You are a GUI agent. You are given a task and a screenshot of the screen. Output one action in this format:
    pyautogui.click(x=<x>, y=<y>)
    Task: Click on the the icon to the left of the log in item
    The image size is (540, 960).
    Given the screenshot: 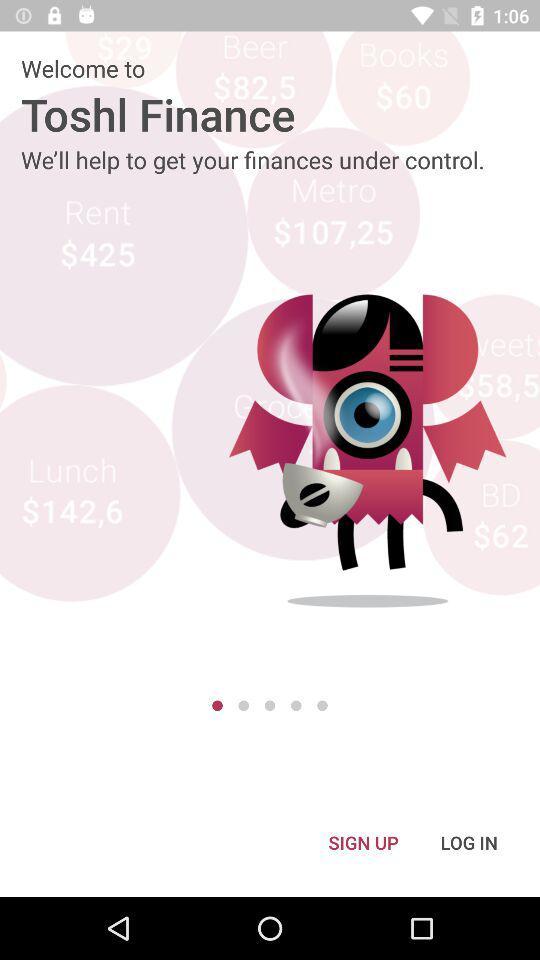 What is the action you would take?
    pyautogui.click(x=362, y=841)
    